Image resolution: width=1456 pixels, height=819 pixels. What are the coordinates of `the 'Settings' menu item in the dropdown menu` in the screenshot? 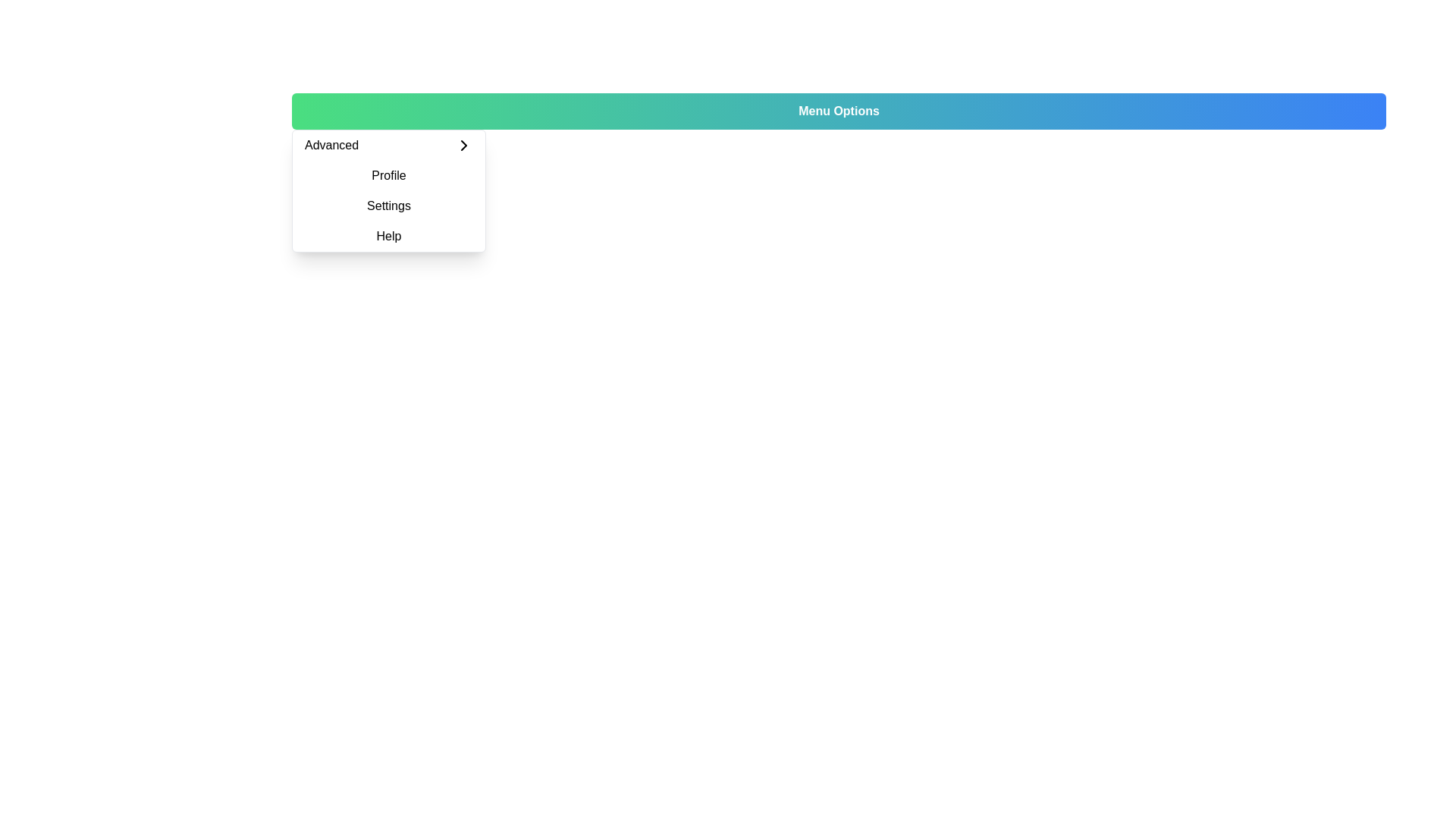 It's located at (389, 190).